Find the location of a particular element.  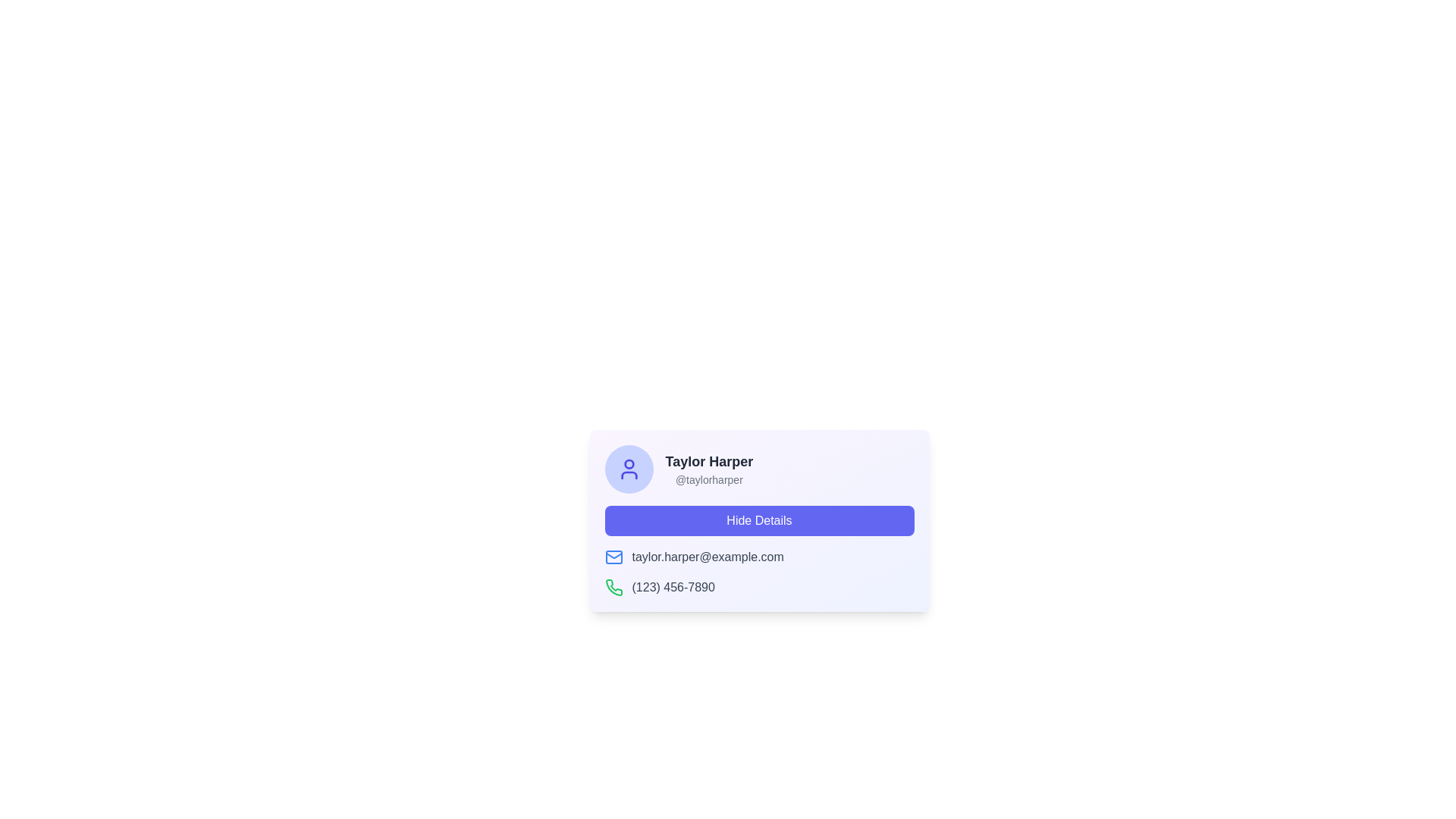

the email address display element, which shows contact details and is positioned to the right of an email icon within a horizontal grouping is located at coordinates (707, 557).